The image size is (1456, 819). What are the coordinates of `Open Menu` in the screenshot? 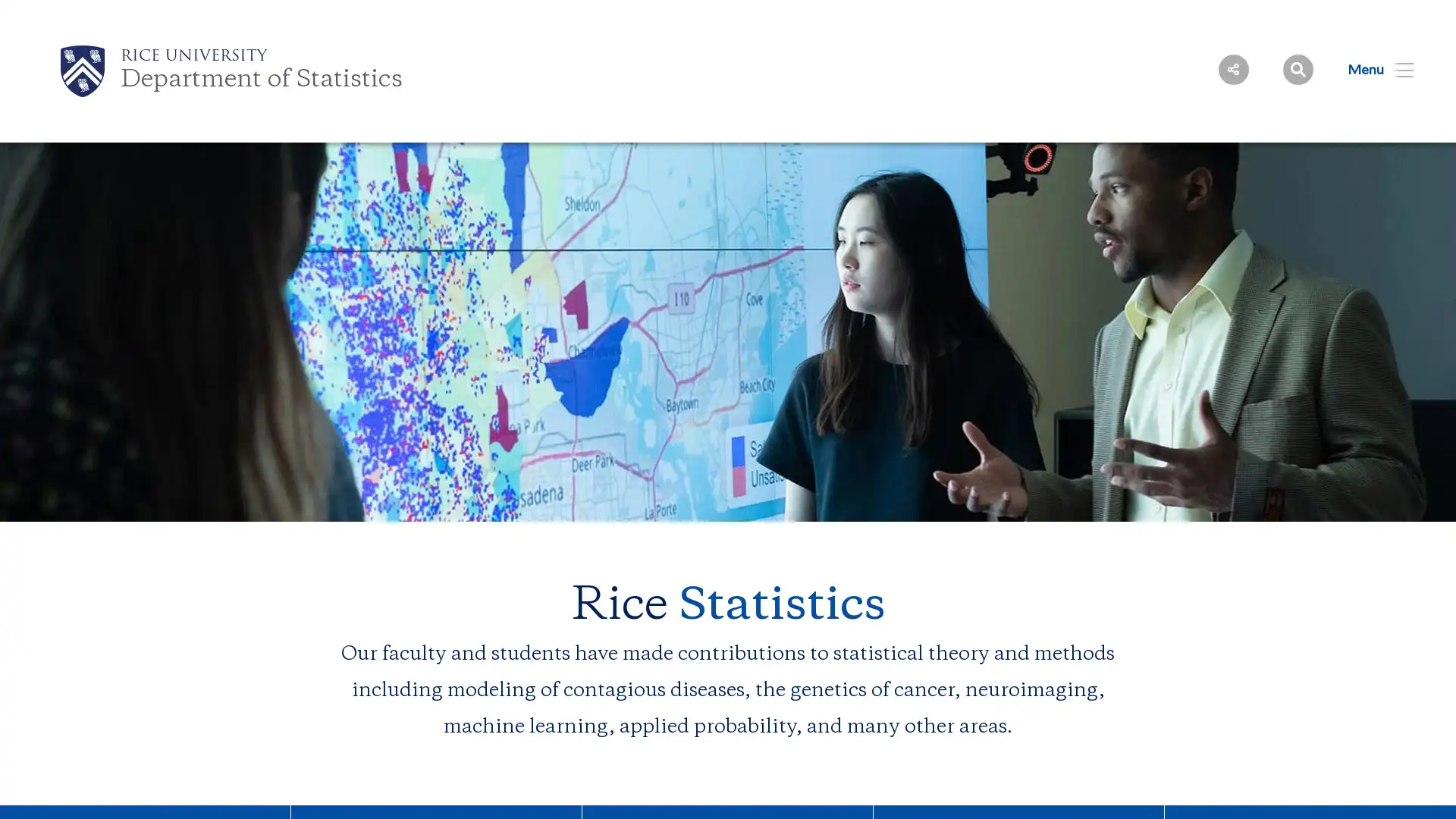 It's located at (1371, 69).